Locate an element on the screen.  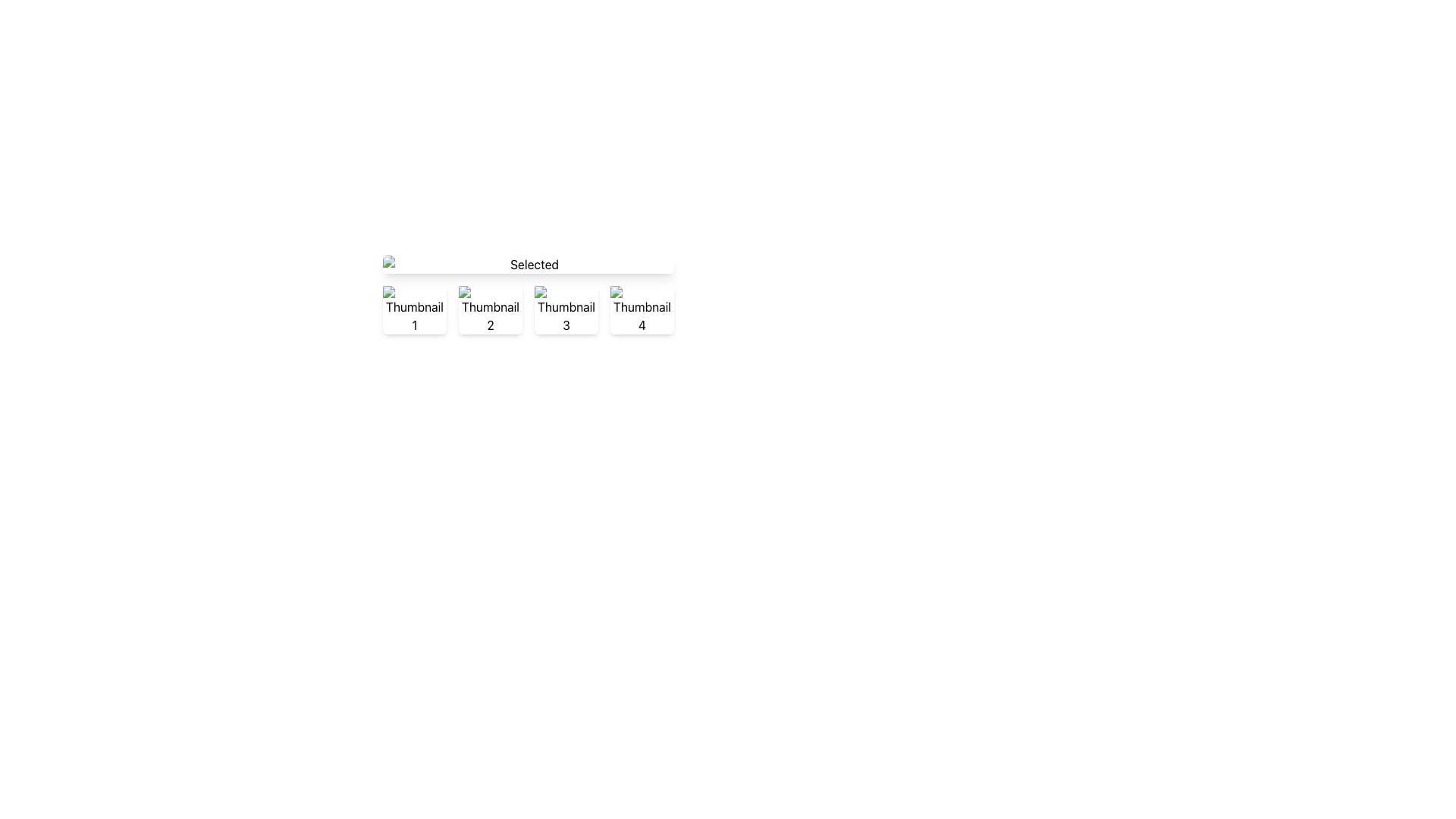
the 'Thumbnail 3' button, which is a rectangular thumbnail image with a shadow effect is located at coordinates (566, 309).